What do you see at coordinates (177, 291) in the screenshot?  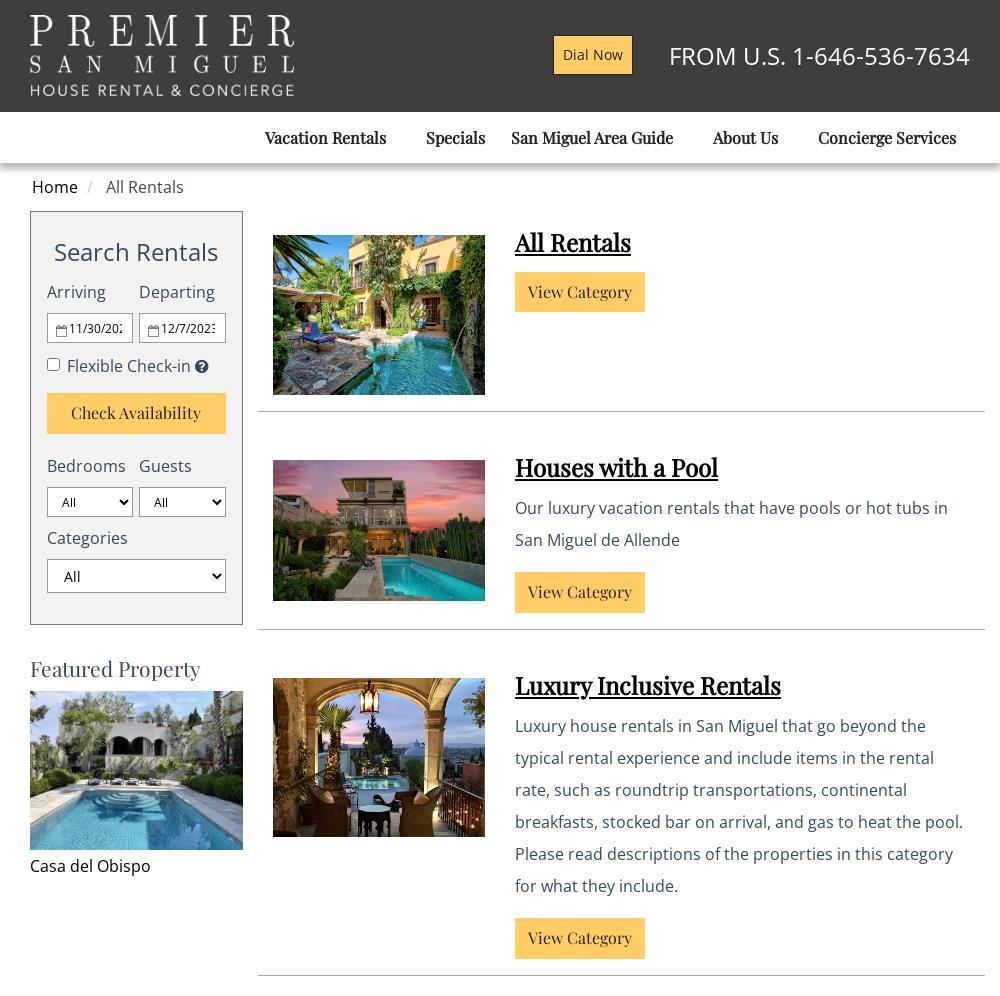 I see `'Departing'` at bounding box center [177, 291].